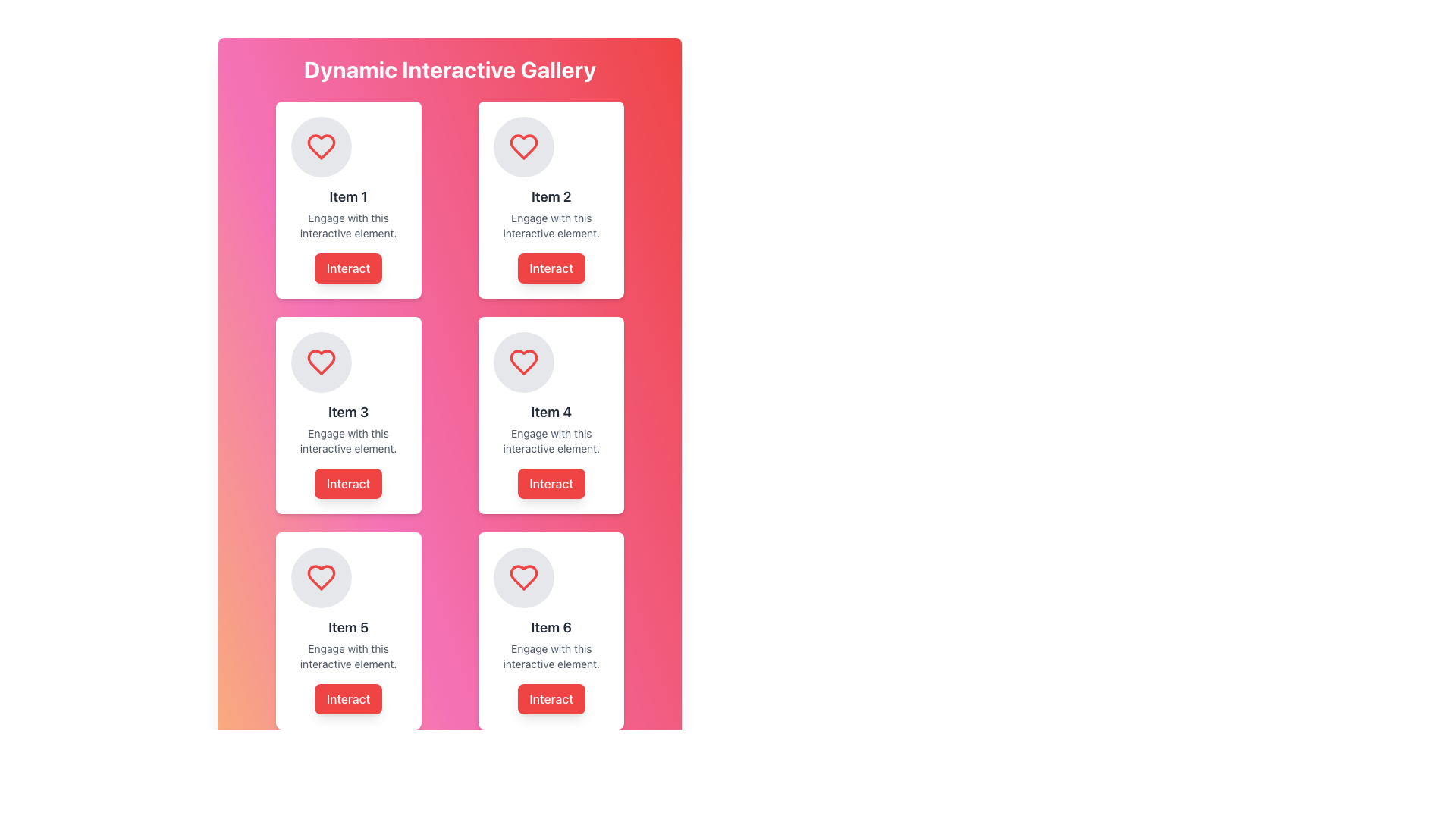 The image size is (1456, 819). What do you see at coordinates (551, 628) in the screenshot?
I see `the text label reading 'Item 6', which is styled in bold dark gray font and positioned centrally within the bottom-right card of a six-card grid layout` at bounding box center [551, 628].